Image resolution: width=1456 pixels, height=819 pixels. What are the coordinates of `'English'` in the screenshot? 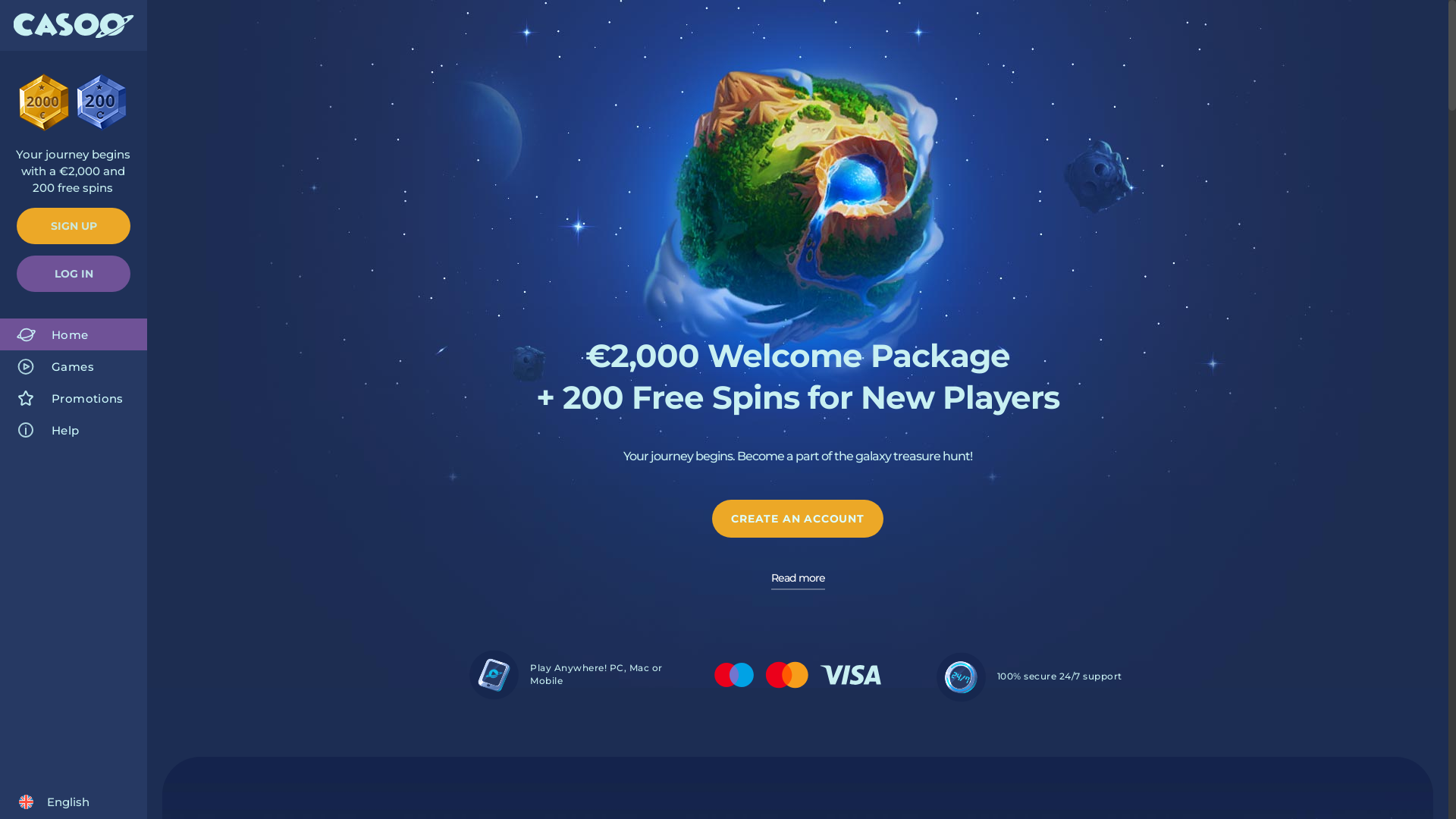 It's located at (53, 801).